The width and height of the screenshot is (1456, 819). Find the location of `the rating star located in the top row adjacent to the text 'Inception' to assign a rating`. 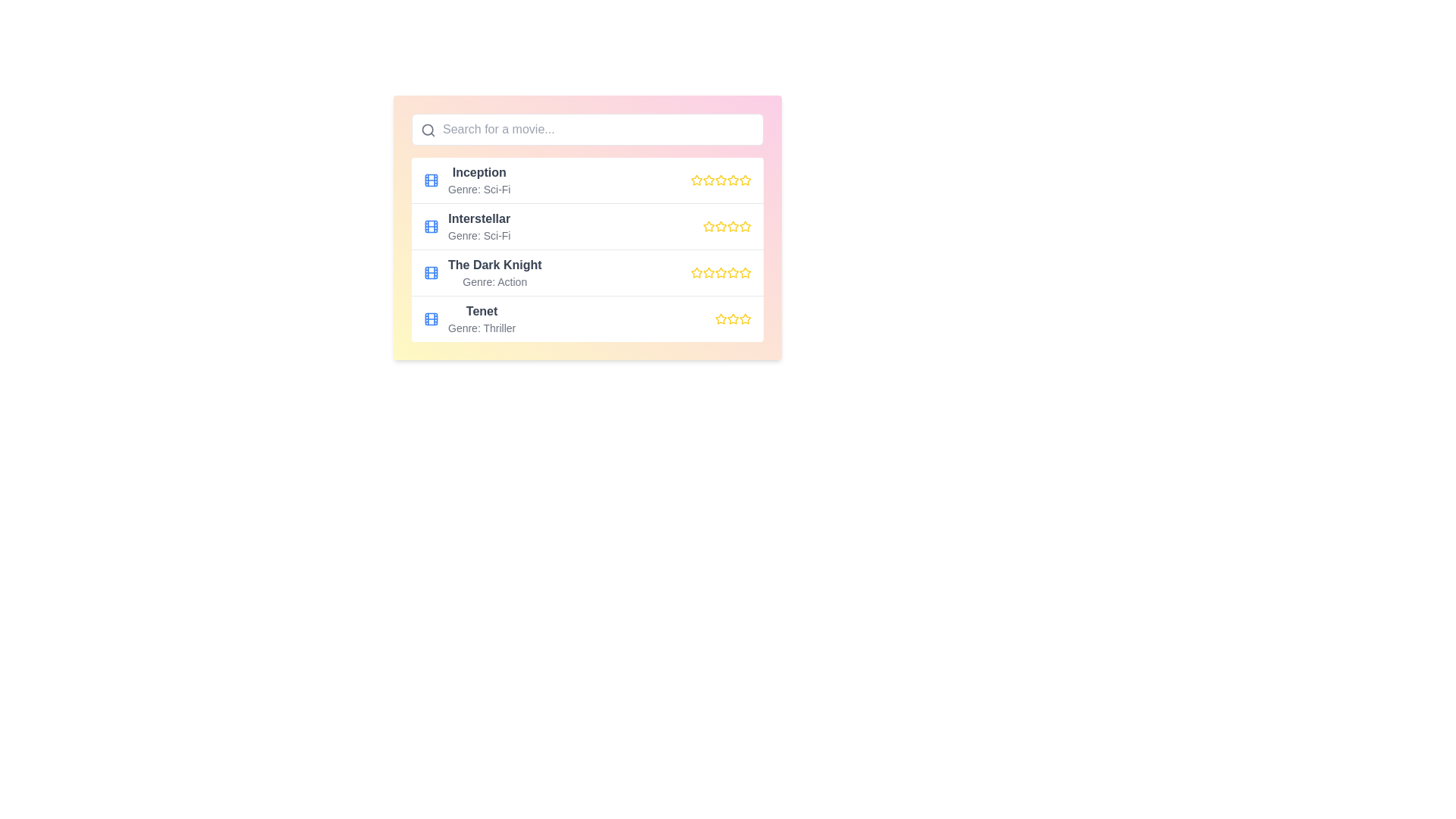

the rating star located in the top row adjacent to the text 'Inception' to assign a rating is located at coordinates (695, 178).